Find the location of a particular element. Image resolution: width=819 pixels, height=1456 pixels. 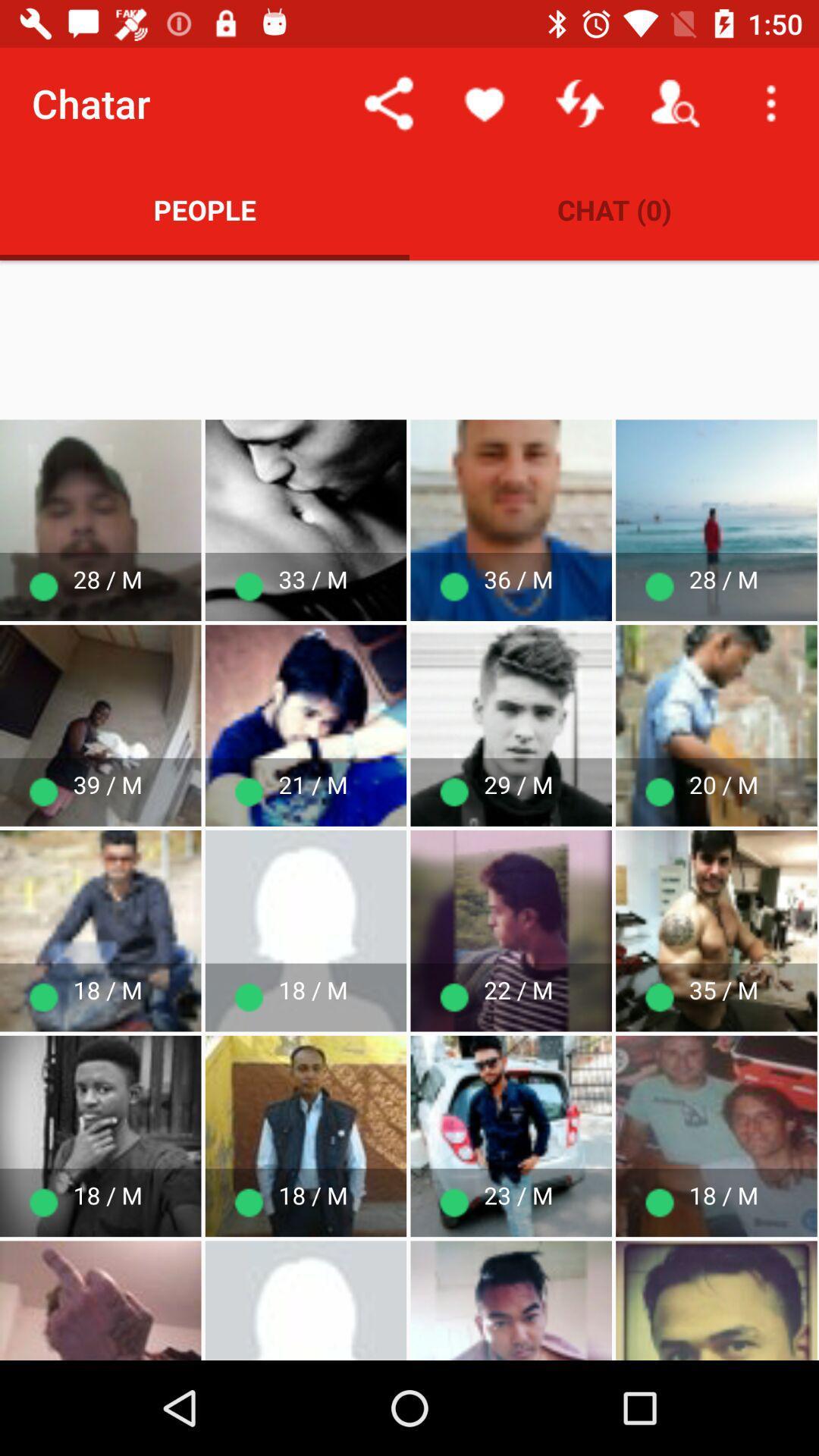

the people app is located at coordinates (205, 209).